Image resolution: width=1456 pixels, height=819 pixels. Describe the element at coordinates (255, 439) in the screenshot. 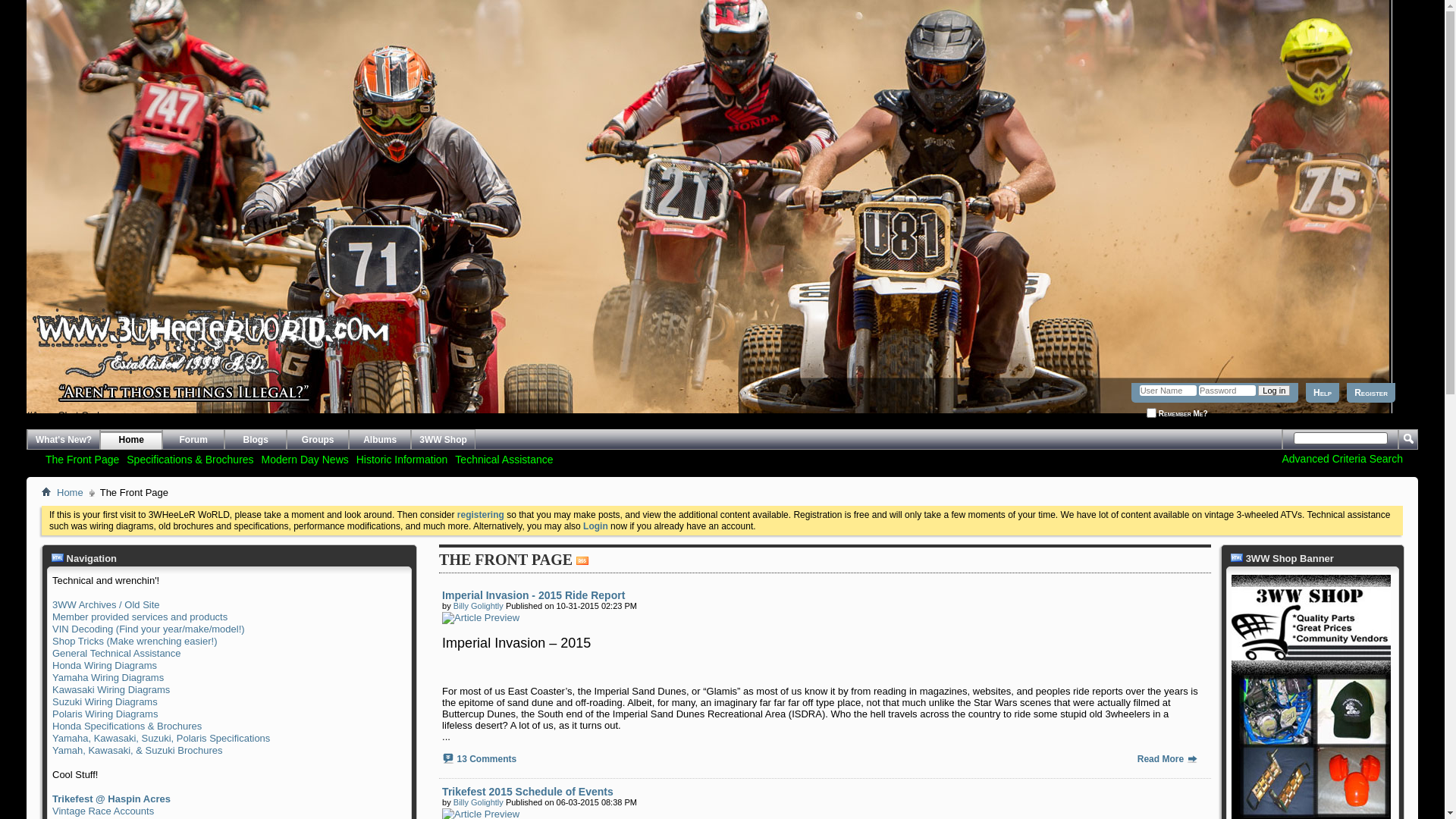

I see `'Blogs'` at that location.